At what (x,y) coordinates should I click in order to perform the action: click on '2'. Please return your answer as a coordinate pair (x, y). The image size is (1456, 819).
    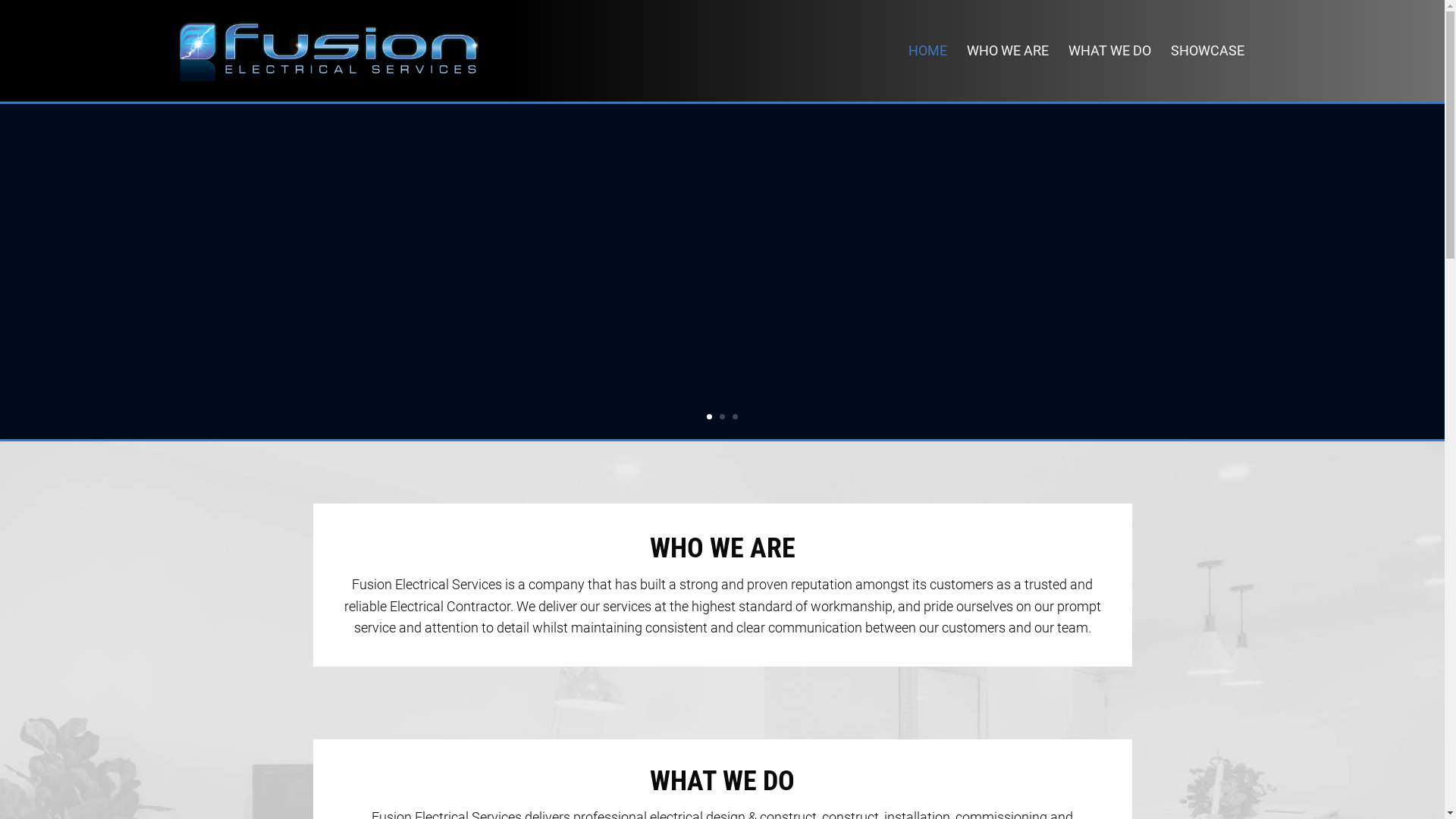
    Looking at the image, I should click on (721, 416).